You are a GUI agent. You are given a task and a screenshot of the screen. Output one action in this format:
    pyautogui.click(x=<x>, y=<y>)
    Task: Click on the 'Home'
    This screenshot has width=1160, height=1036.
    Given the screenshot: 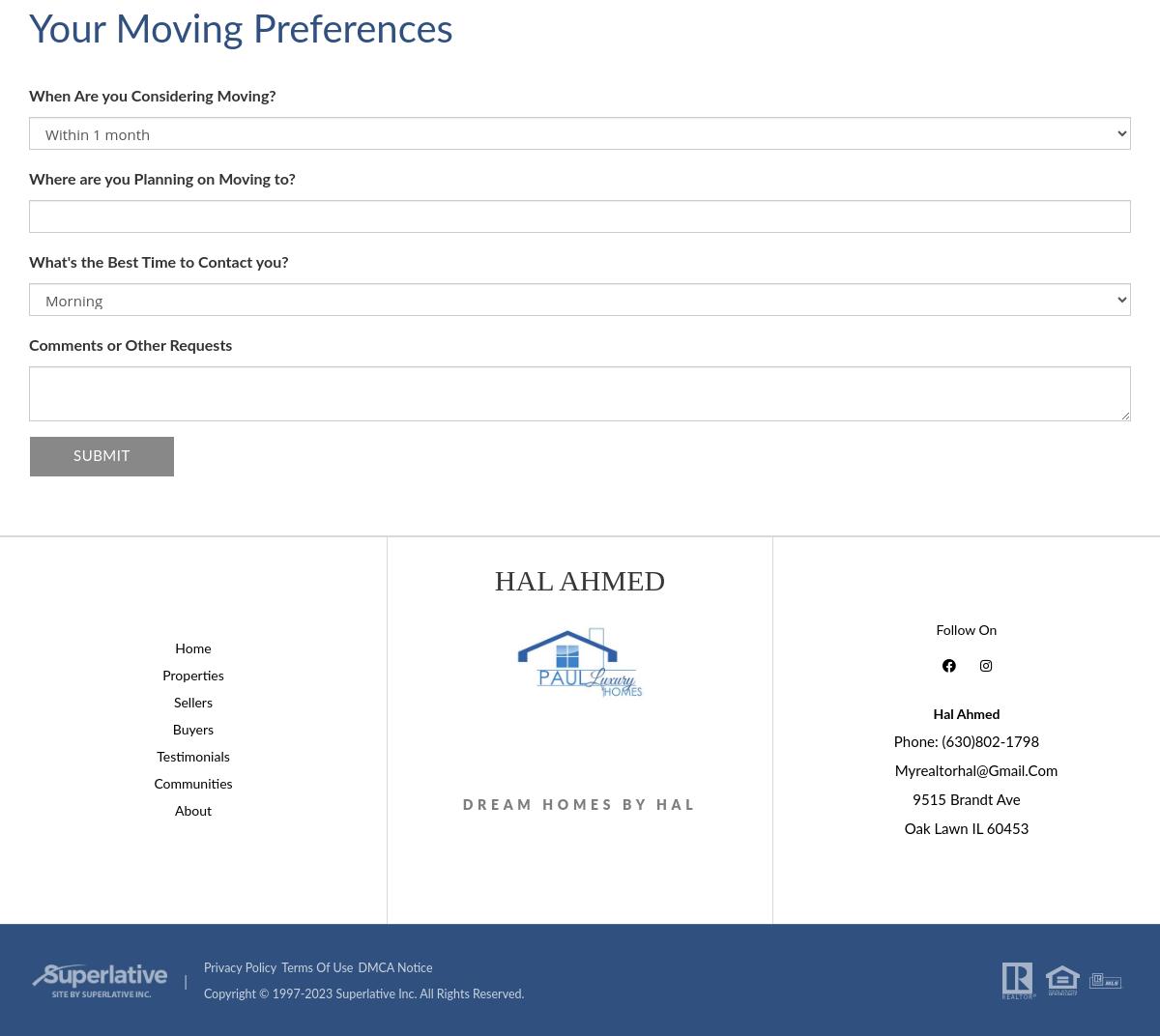 What is the action you would take?
    pyautogui.click(x=191, y=648)
    